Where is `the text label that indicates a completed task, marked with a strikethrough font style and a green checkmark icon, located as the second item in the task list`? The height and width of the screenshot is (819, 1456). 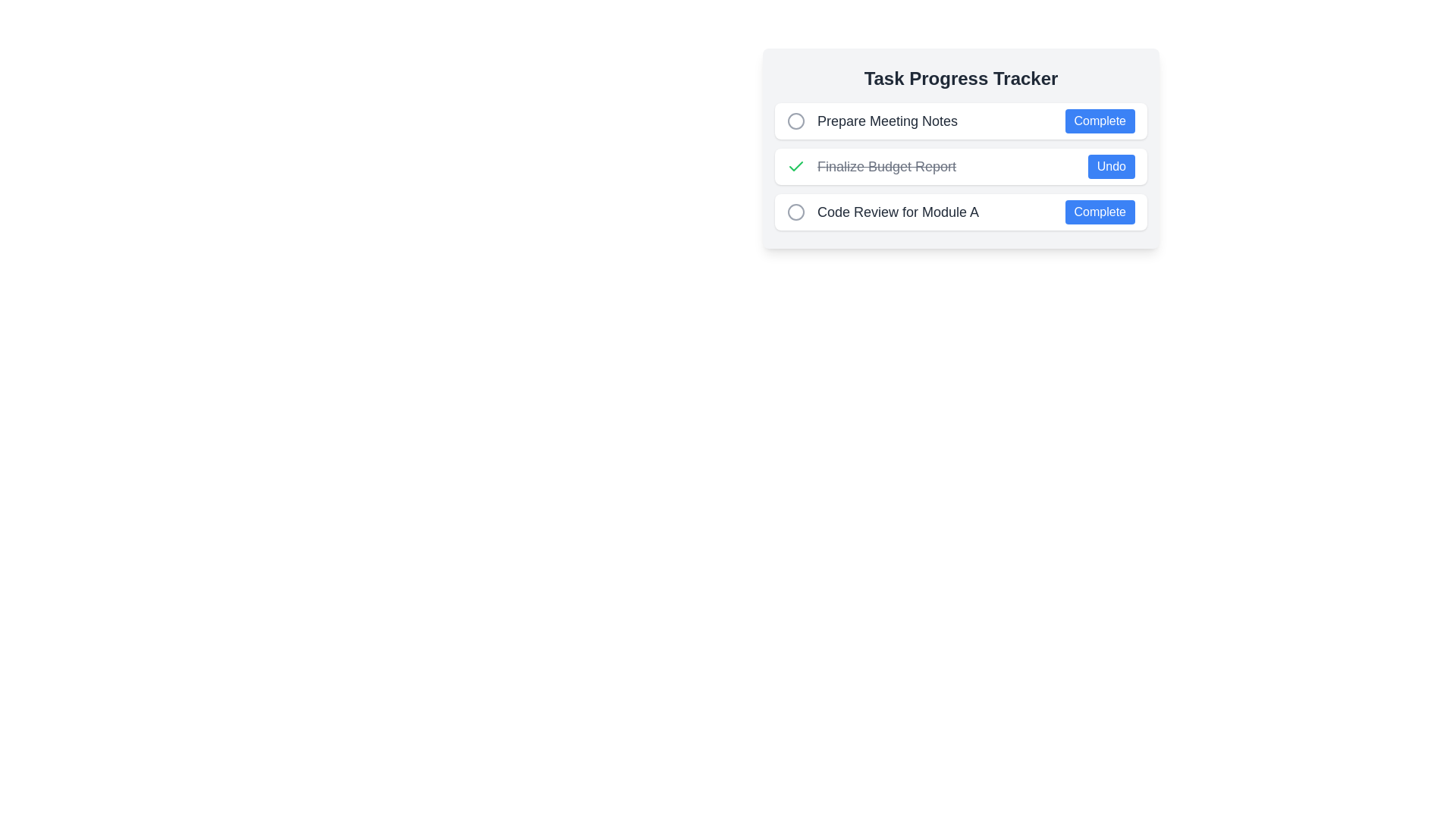
the text label that indicates a completed task, marked with a strikethrough font style and a green checkmark icon, located as the second item in the task list is located at coordinates (871, 166).